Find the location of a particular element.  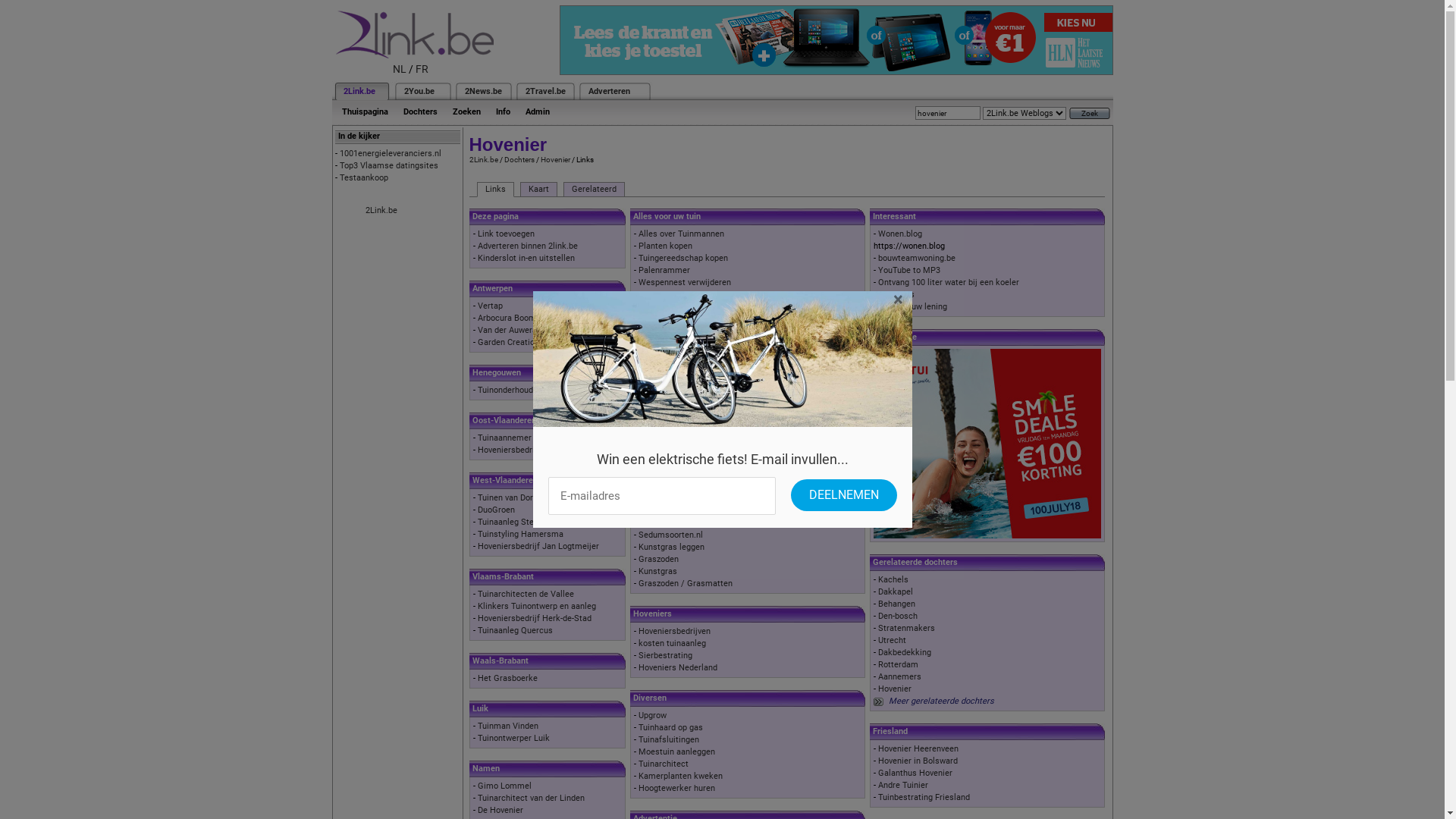

'Hovenier in Bolsward' is located at coordinates (917, 761).